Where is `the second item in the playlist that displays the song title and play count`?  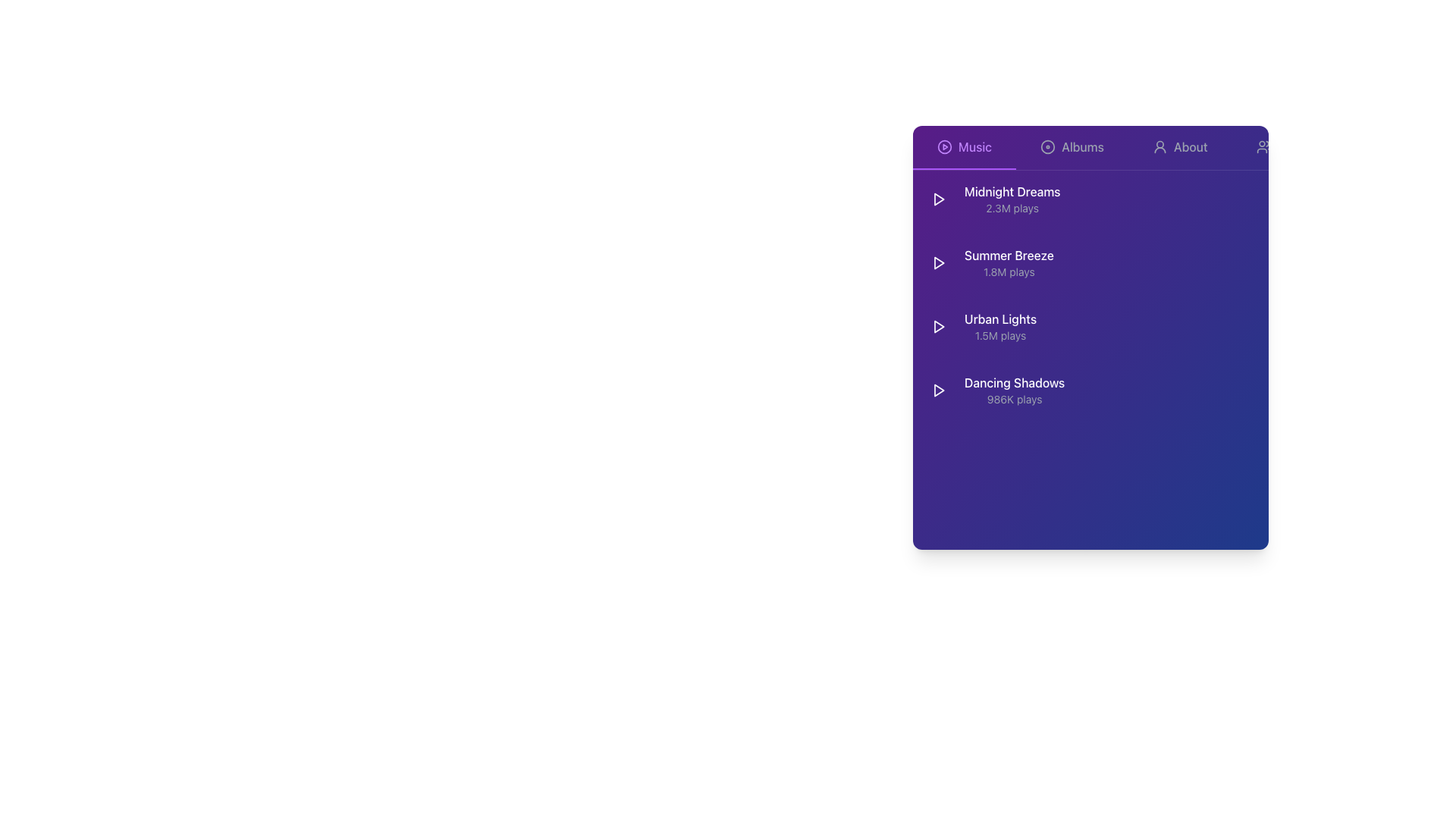
the second item in the playlist that displays the song title and play count is located at coordinates (989, 262).